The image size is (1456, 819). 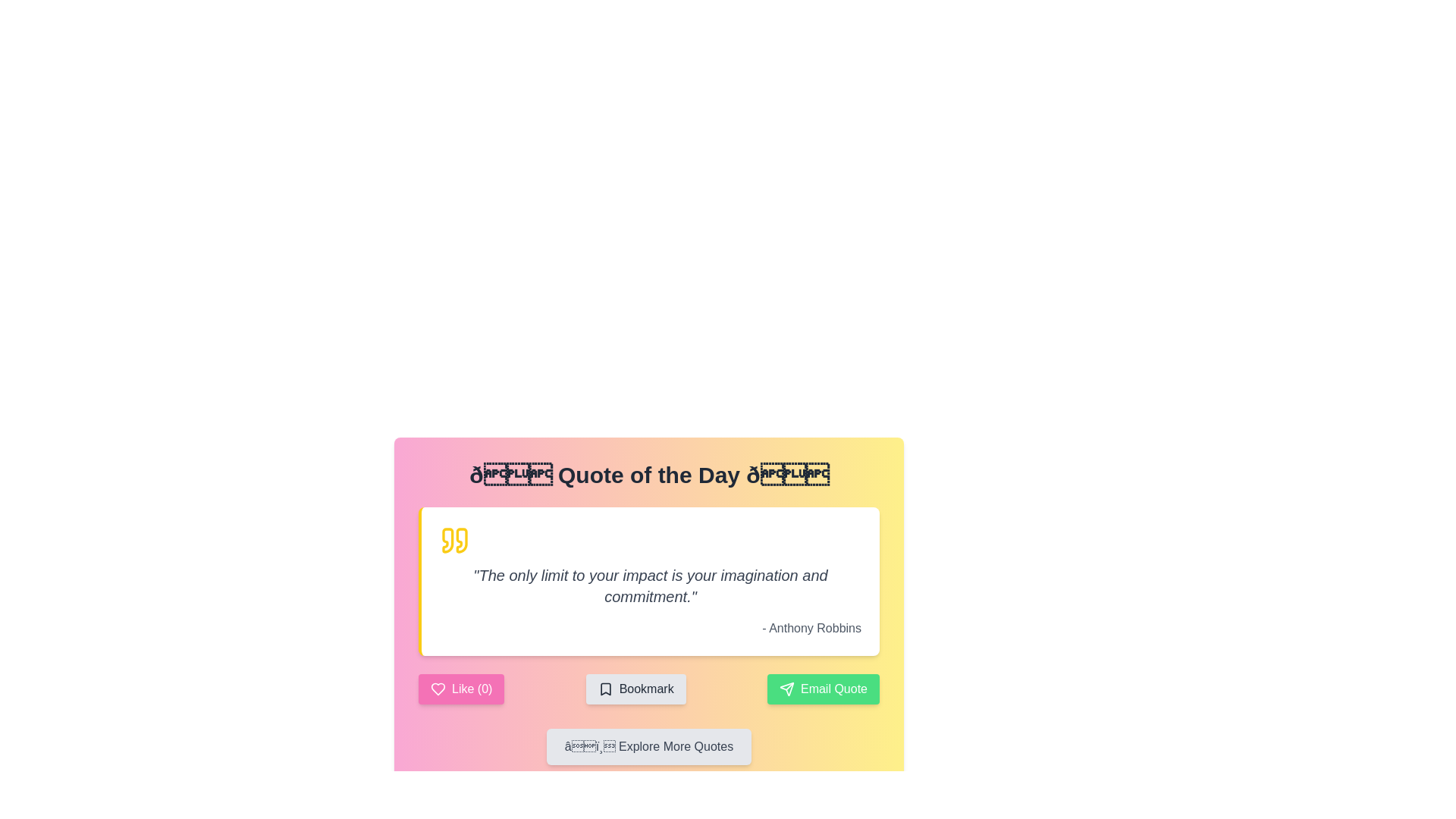 I want to click on the save/bookmark button located centrally in the interface, so click(x=635, y=689).